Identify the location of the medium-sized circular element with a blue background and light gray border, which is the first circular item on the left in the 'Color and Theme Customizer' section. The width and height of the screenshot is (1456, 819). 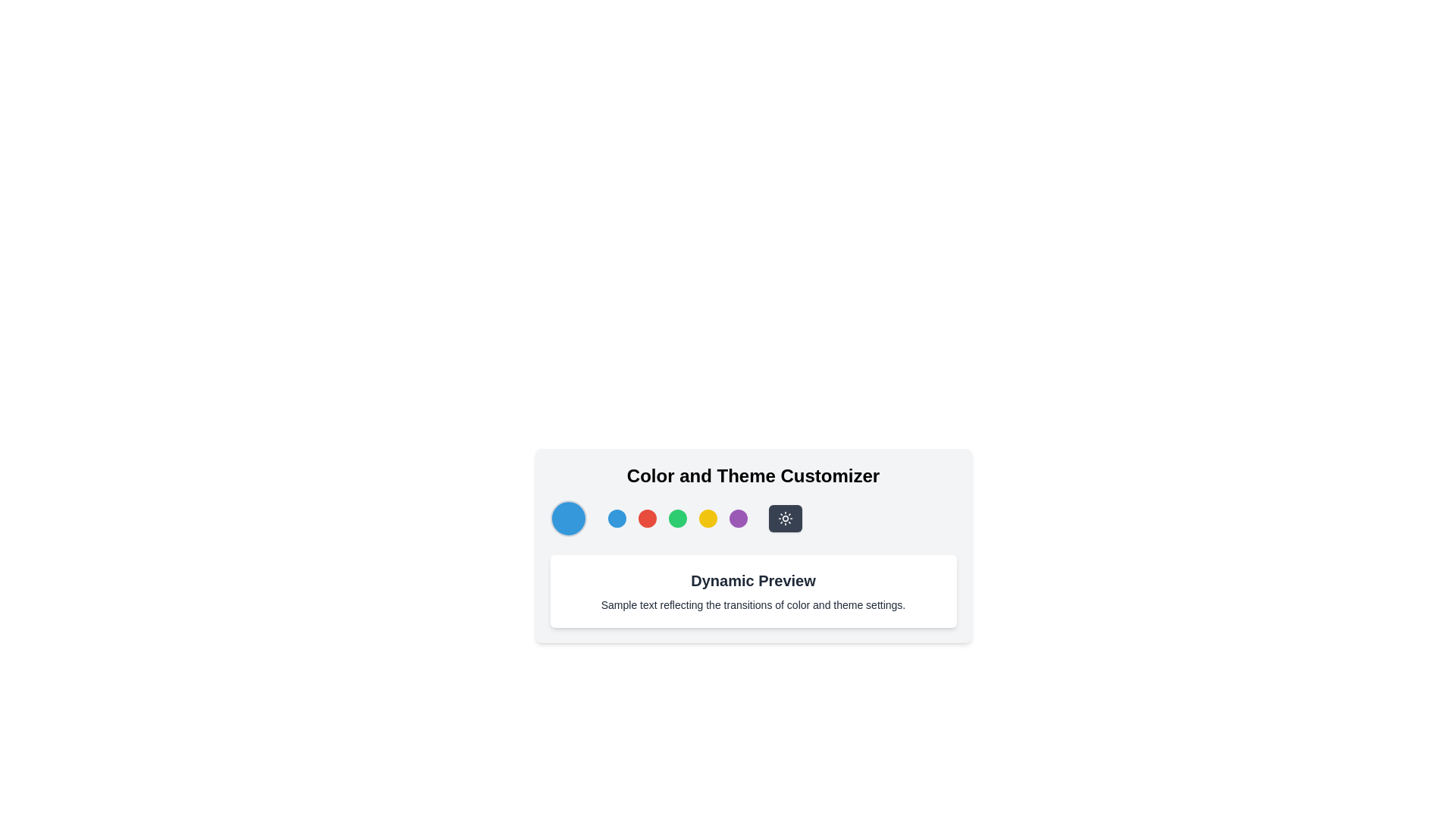
(567, 517).